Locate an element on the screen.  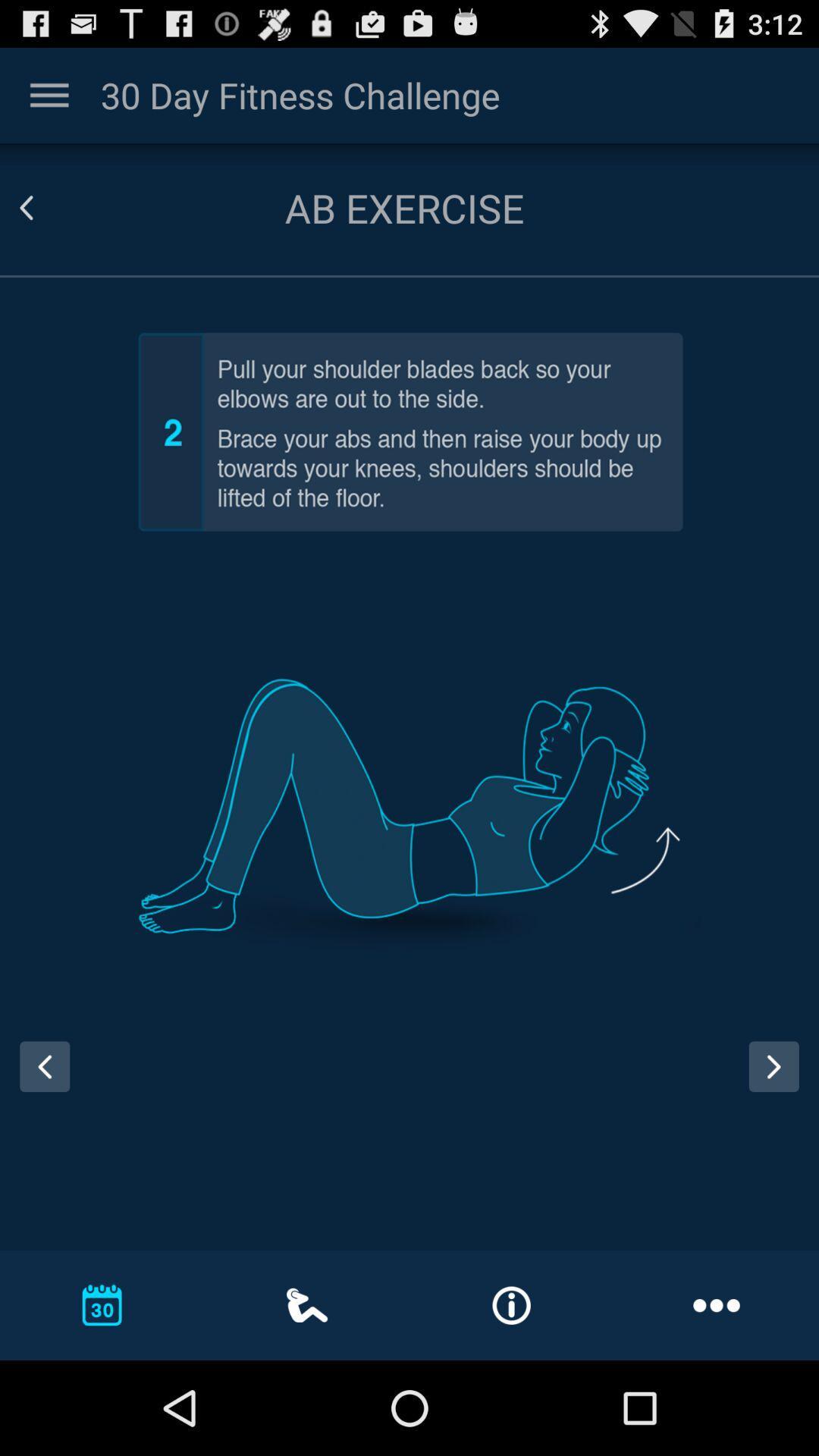
go next is located at coordinates (773, 1065).